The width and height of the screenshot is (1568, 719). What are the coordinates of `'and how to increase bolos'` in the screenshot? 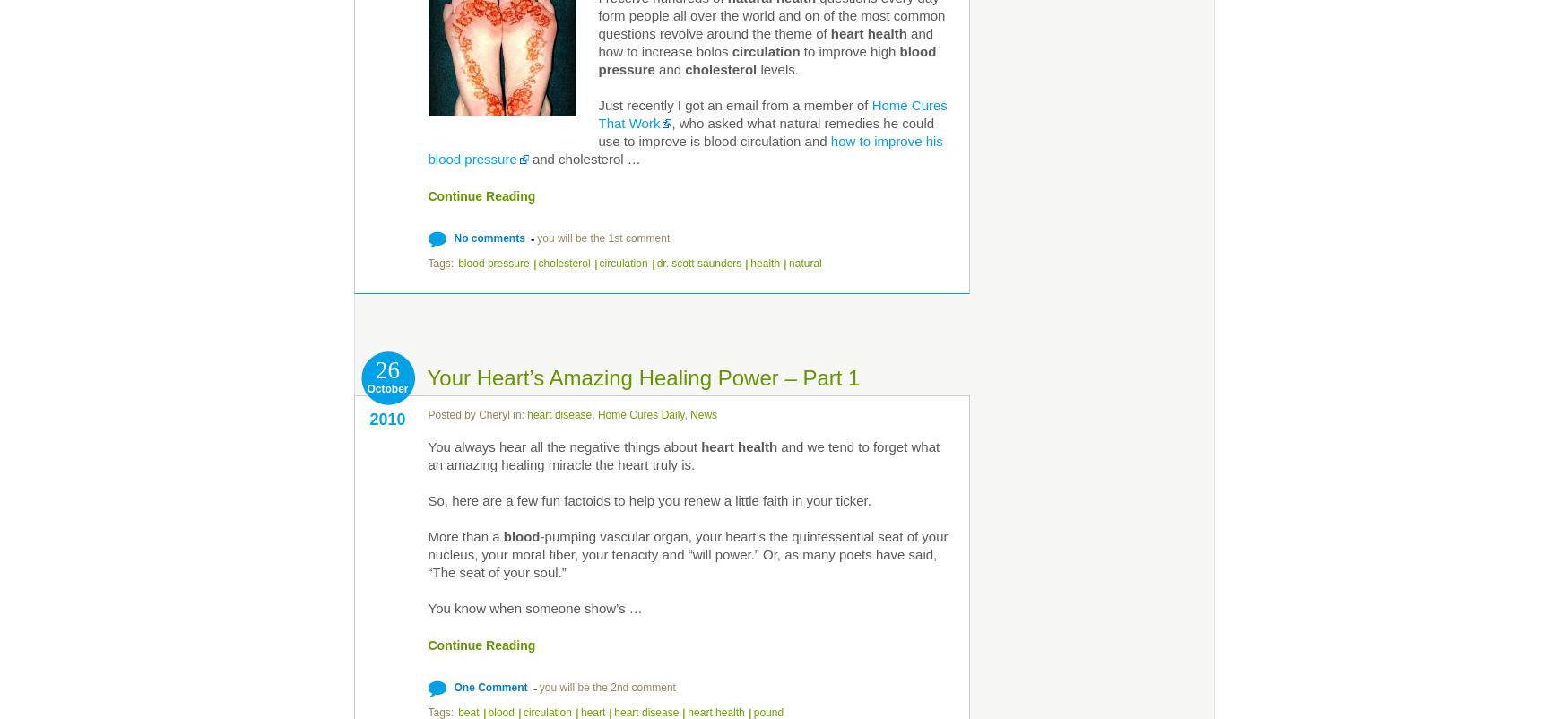 It's located at (598, 41).